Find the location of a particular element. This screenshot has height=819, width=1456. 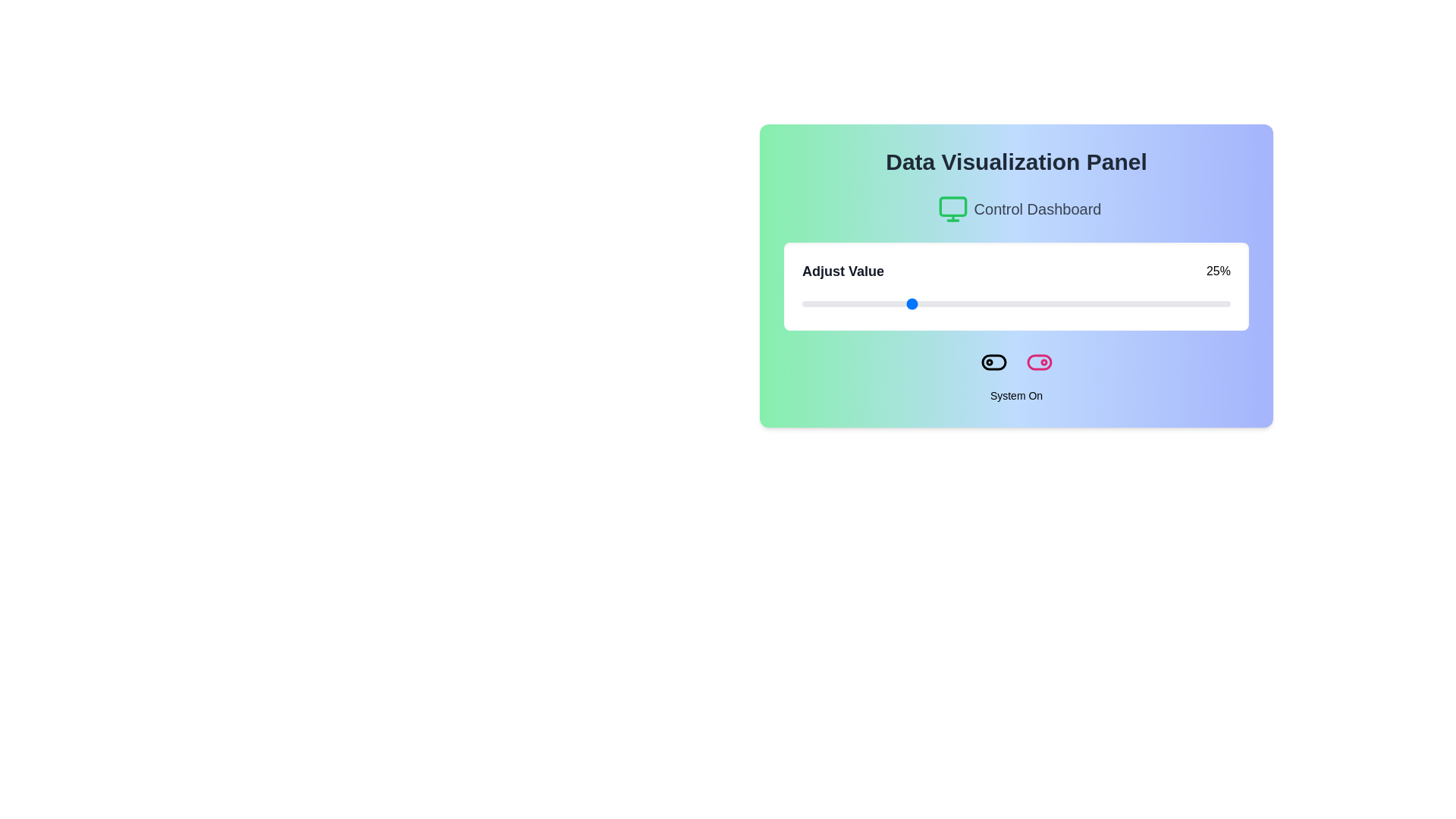

the slider to 0% is located at coordinates (801, 304).